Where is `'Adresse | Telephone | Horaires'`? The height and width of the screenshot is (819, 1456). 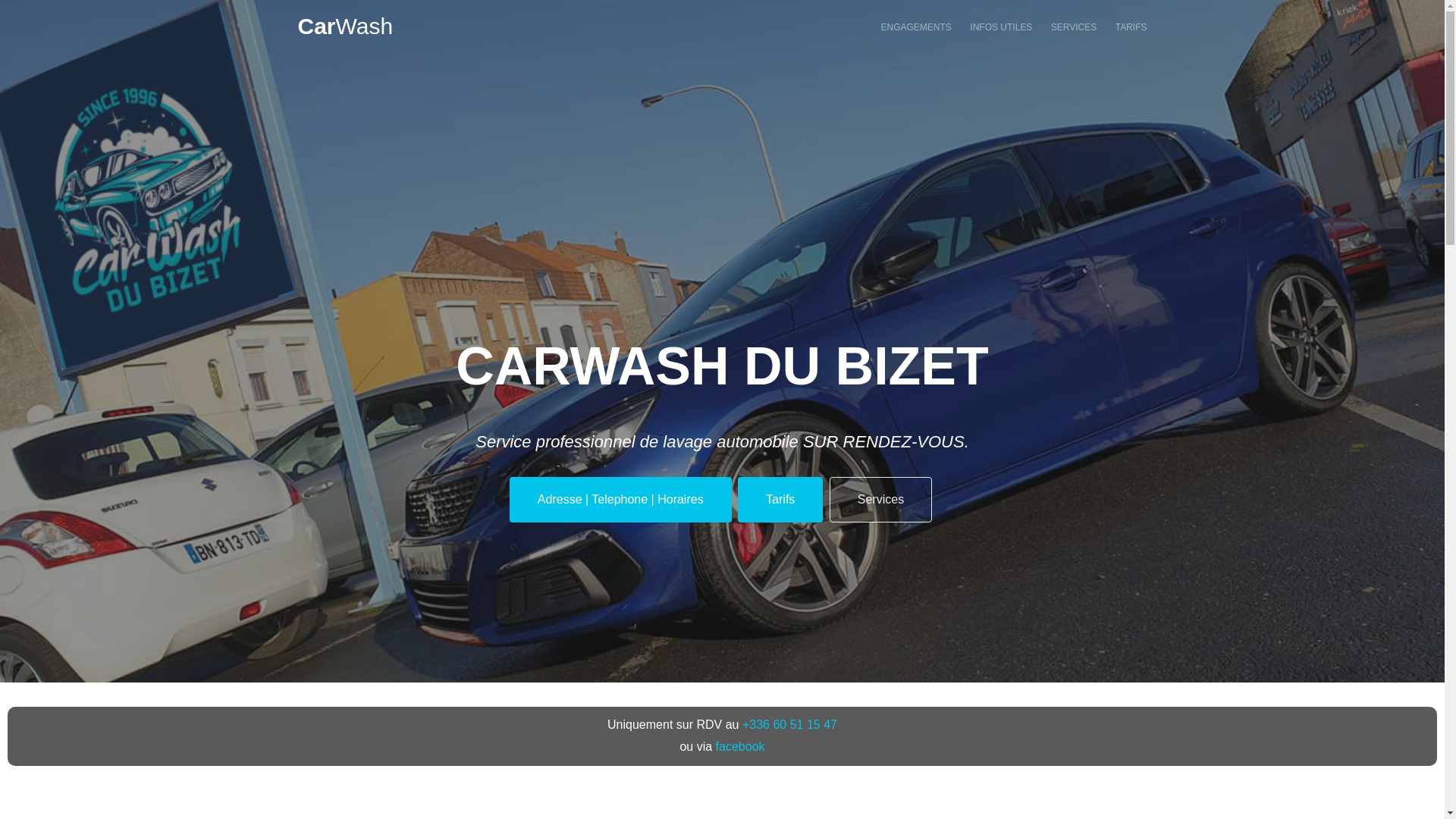
'Adresse | Telephone | Horaires' is located at coordinates (620, 499).